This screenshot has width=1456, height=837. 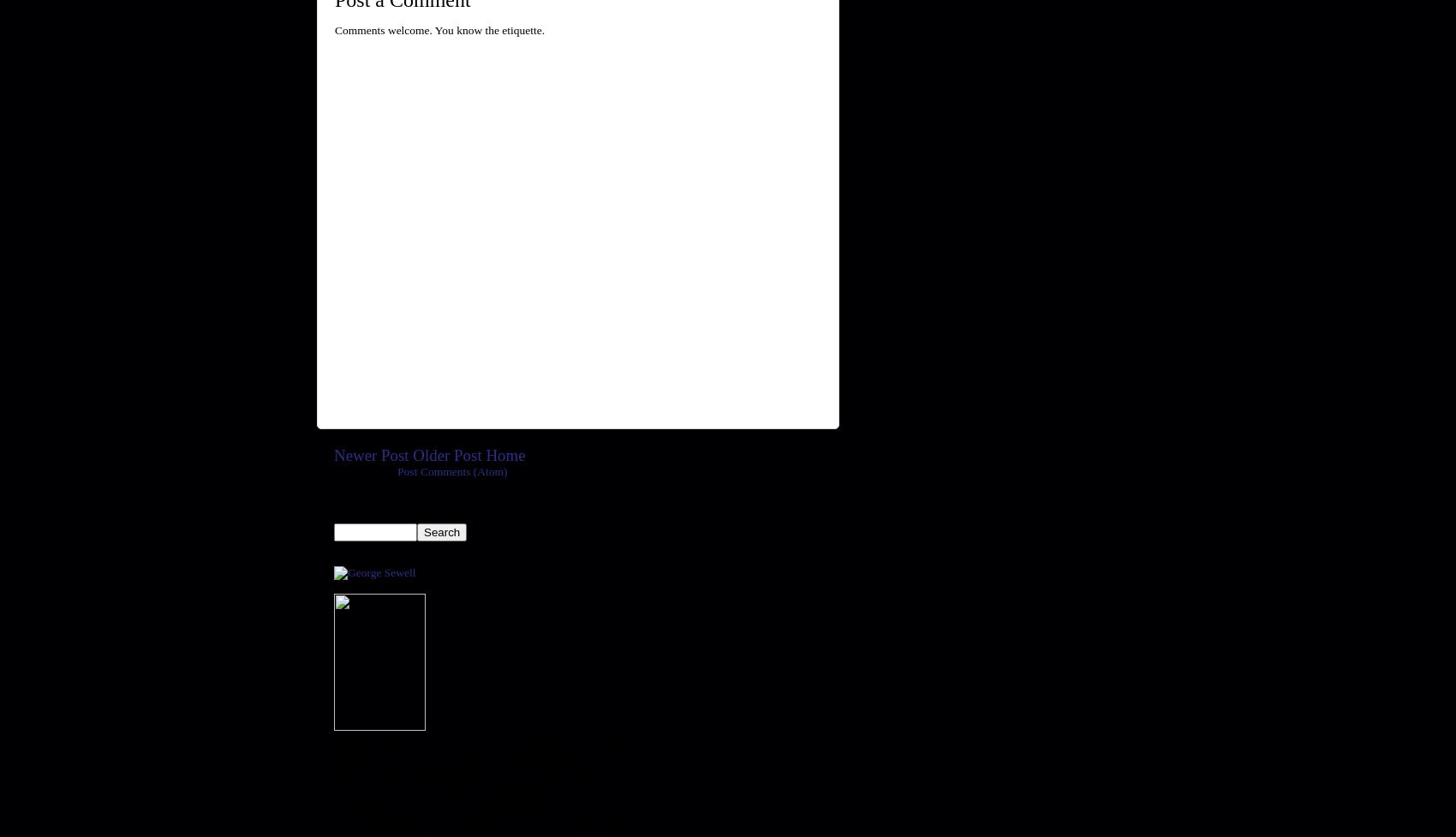 I want to click on 'Cognitive Philanthropist', so click(x=332, y=586).